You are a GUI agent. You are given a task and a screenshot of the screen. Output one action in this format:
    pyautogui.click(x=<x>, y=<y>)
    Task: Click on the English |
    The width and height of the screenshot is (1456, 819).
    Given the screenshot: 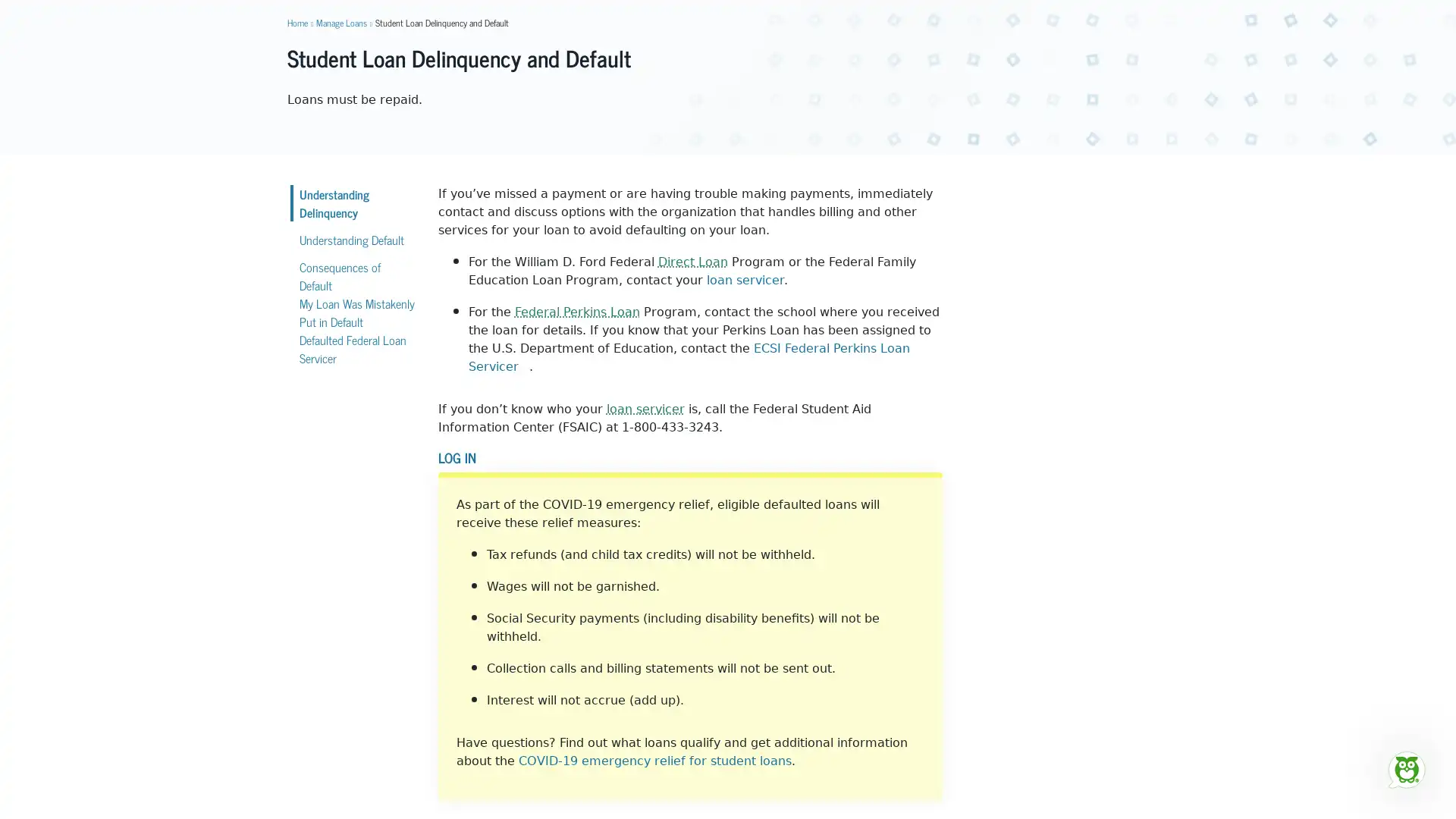 What is the action you would take?
    pyautogui.click(x=1117, y=11)
    